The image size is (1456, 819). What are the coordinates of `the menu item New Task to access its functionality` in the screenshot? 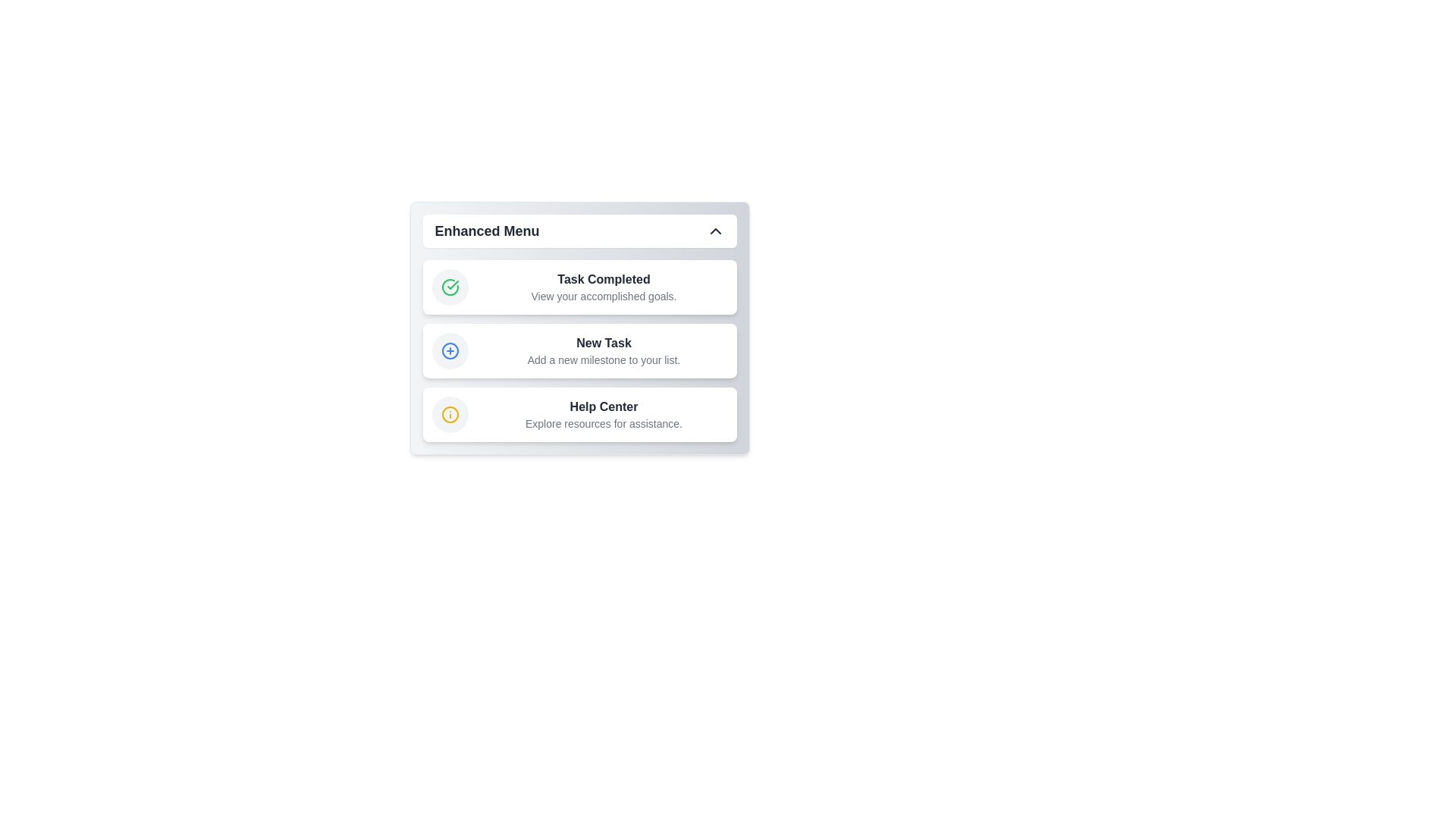 It's located at (579, 350).